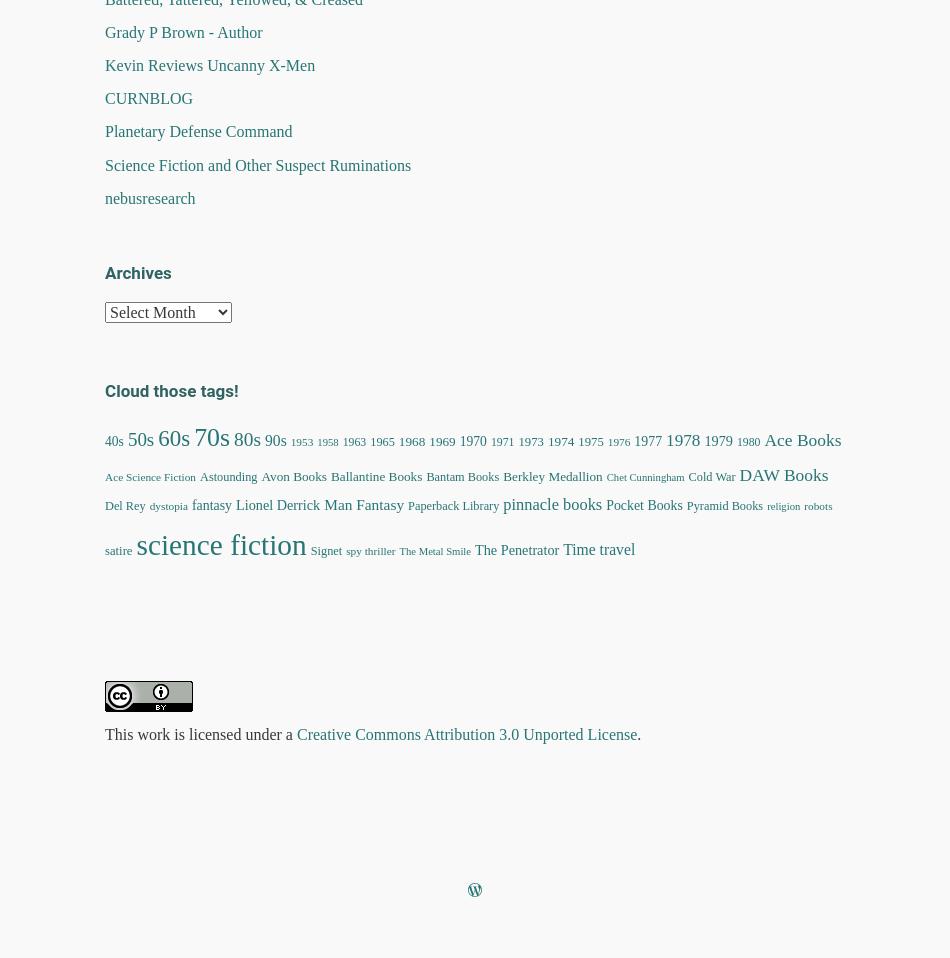 Image resolution: width=950 pixels, height=958 pixels. What do you see at coordinates (198, 131) in the screenshot?
I see `'Planetary Defense Command'` at bounding box center [198, 131].